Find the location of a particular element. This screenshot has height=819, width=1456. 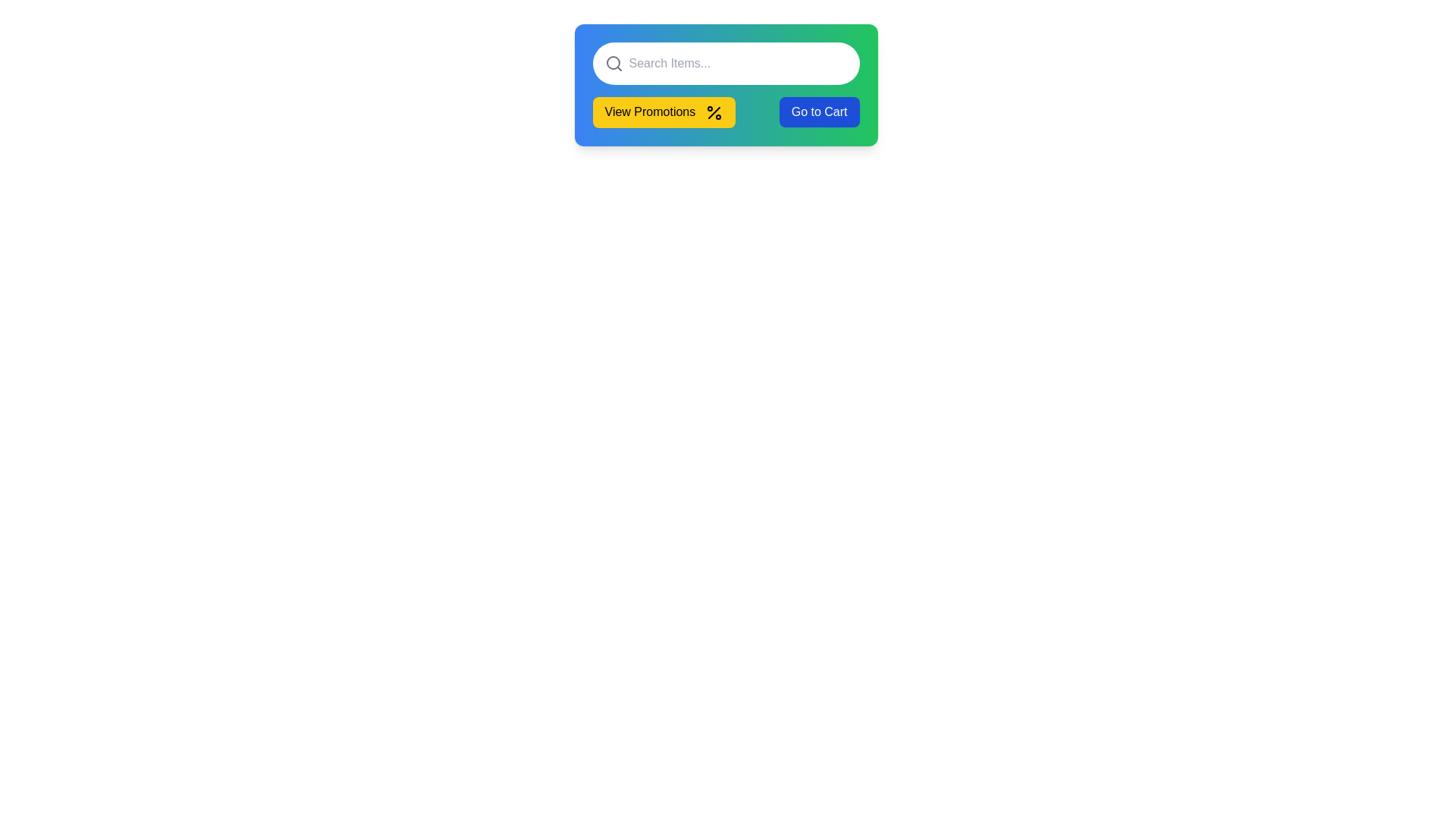

the gray magnifying glass icon located to the left of the 'Search Items...' placeholder in the search bar is located at coordinates (613, 63).